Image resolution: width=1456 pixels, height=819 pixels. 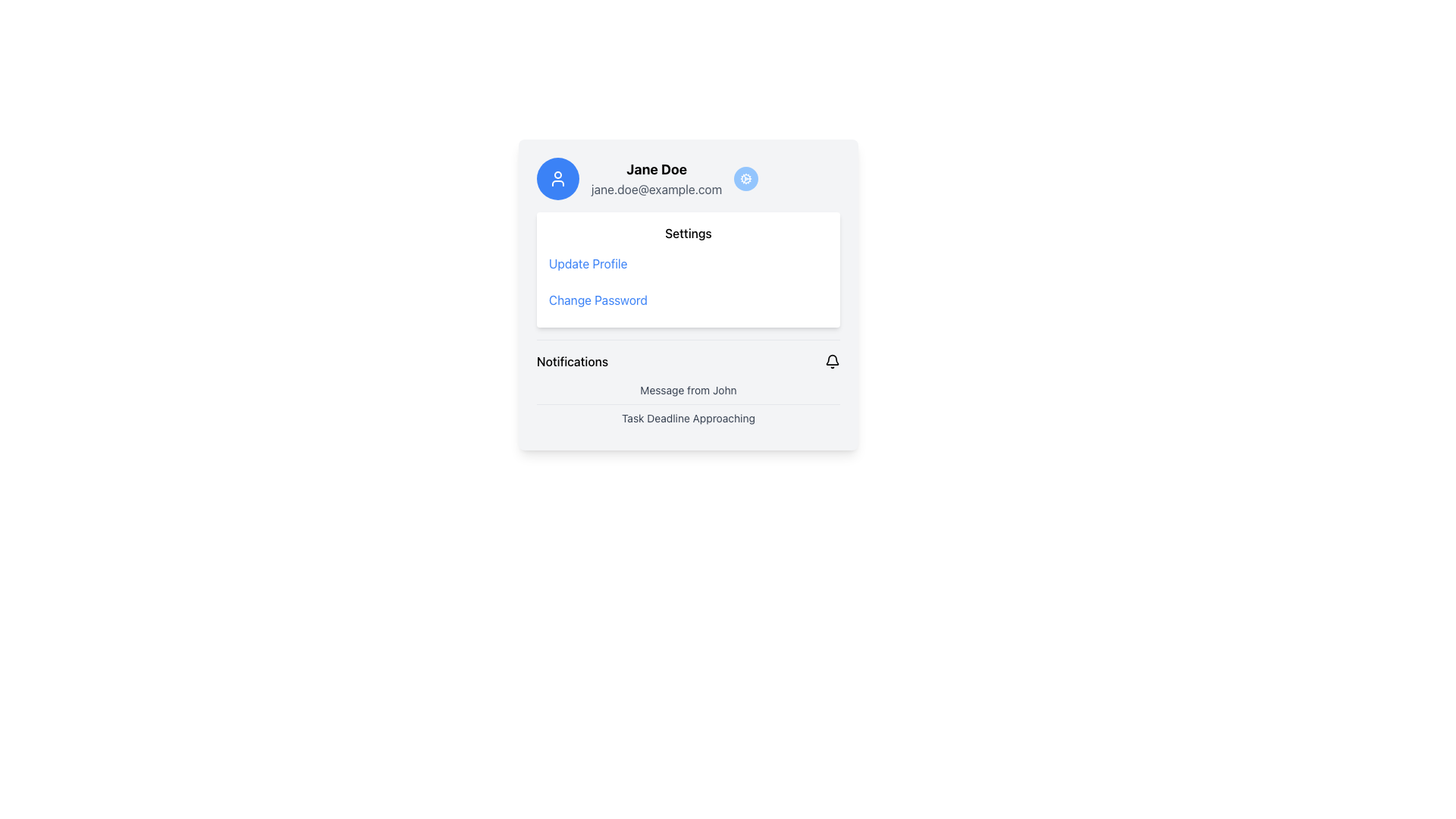 What do you see at coordinates (745, 177) in the screenshot?
I see `the settings icon located near the top-right corner inside the profile information section of the user interface` at bounding box center [745, 177].